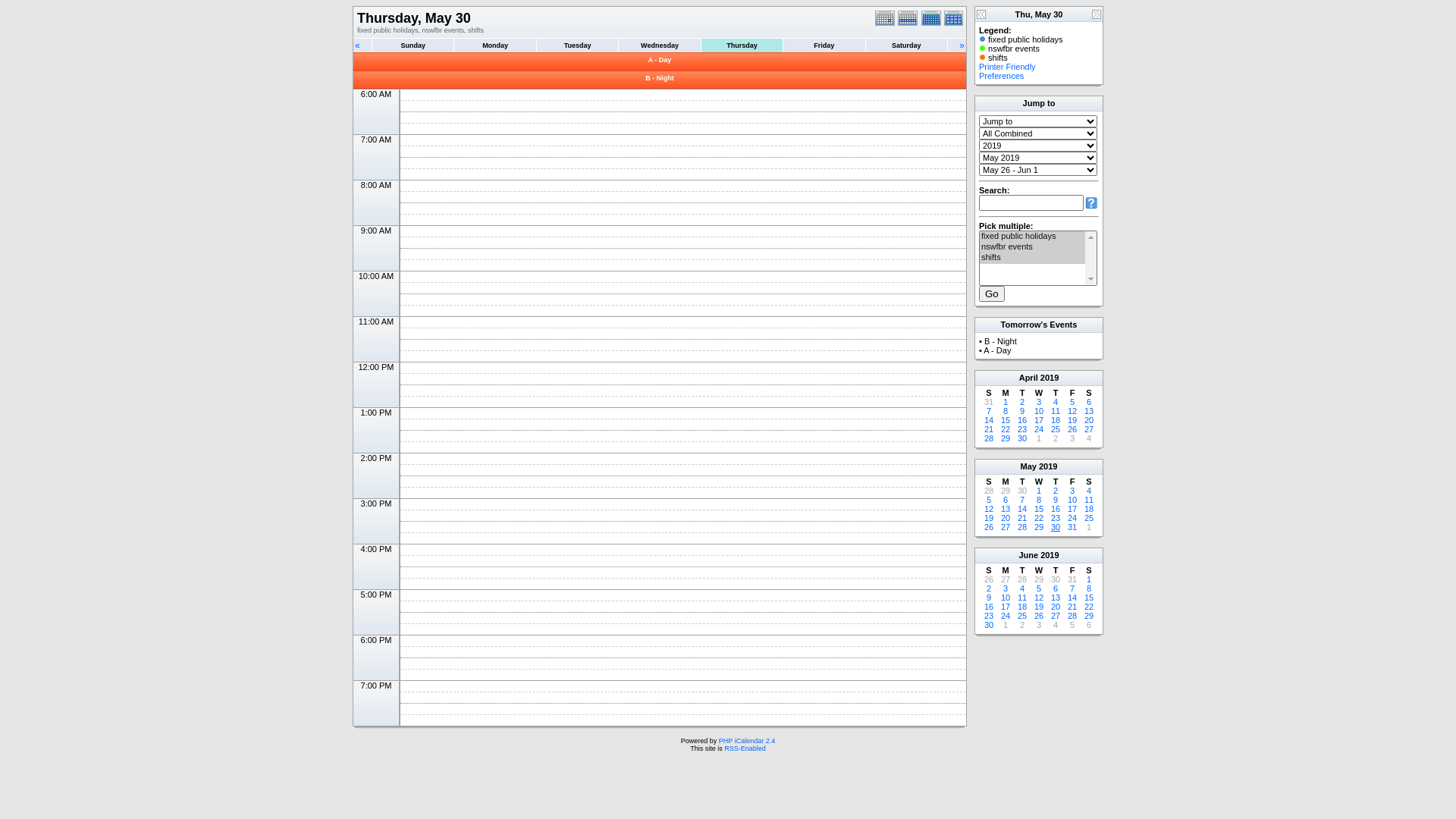 The image size is (1456, 819). What do you see at coordinates (1028, 555) in the screenshot?
I see `'June'` at bounding box center [1028, 555].